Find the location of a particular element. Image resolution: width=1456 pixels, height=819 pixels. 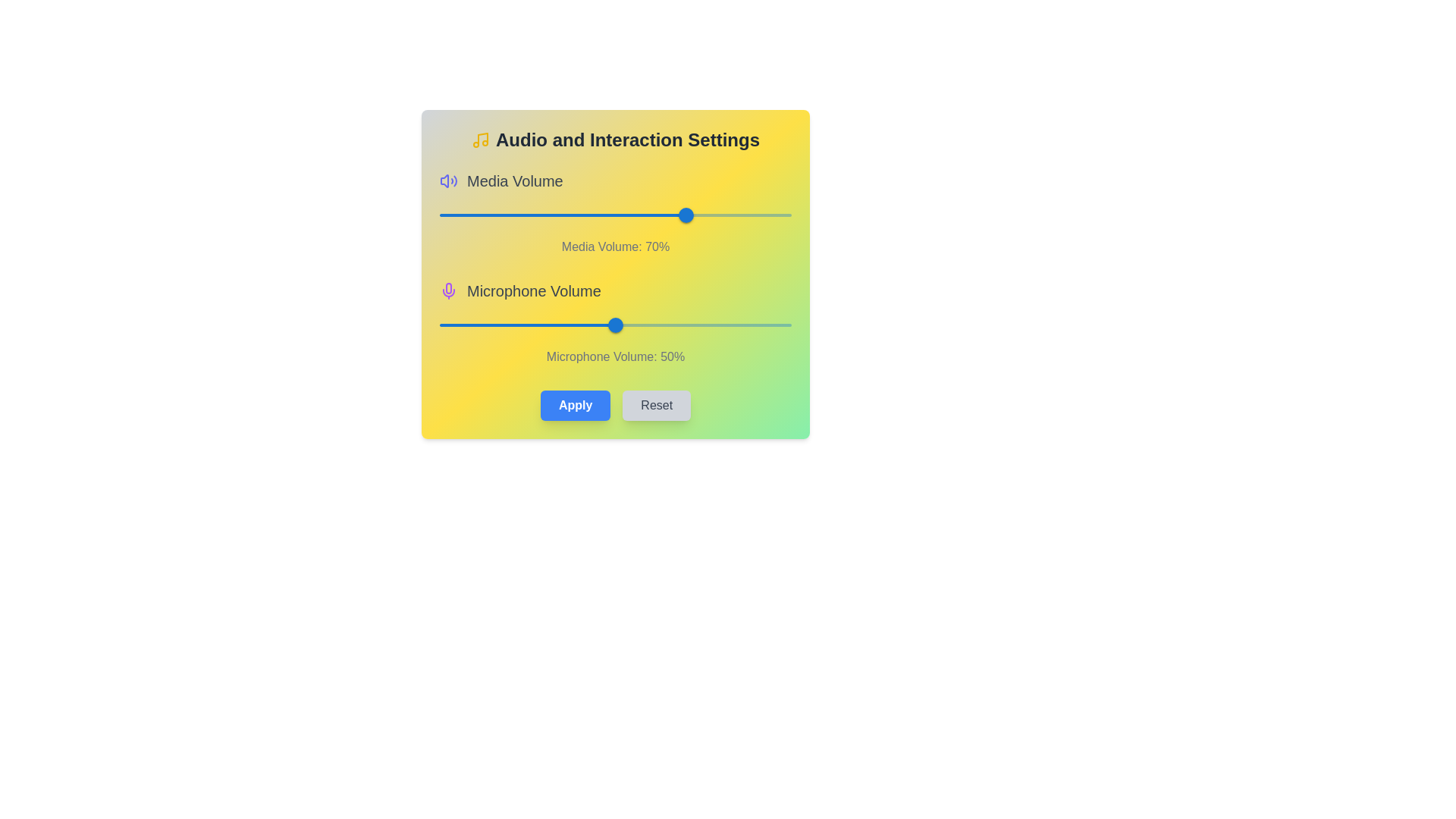

the active range of the microphone slider track, which is a red linear component indicating the selected volume level, located beneath the 'Microphone Volume' label is located at coordinates (528, 324).